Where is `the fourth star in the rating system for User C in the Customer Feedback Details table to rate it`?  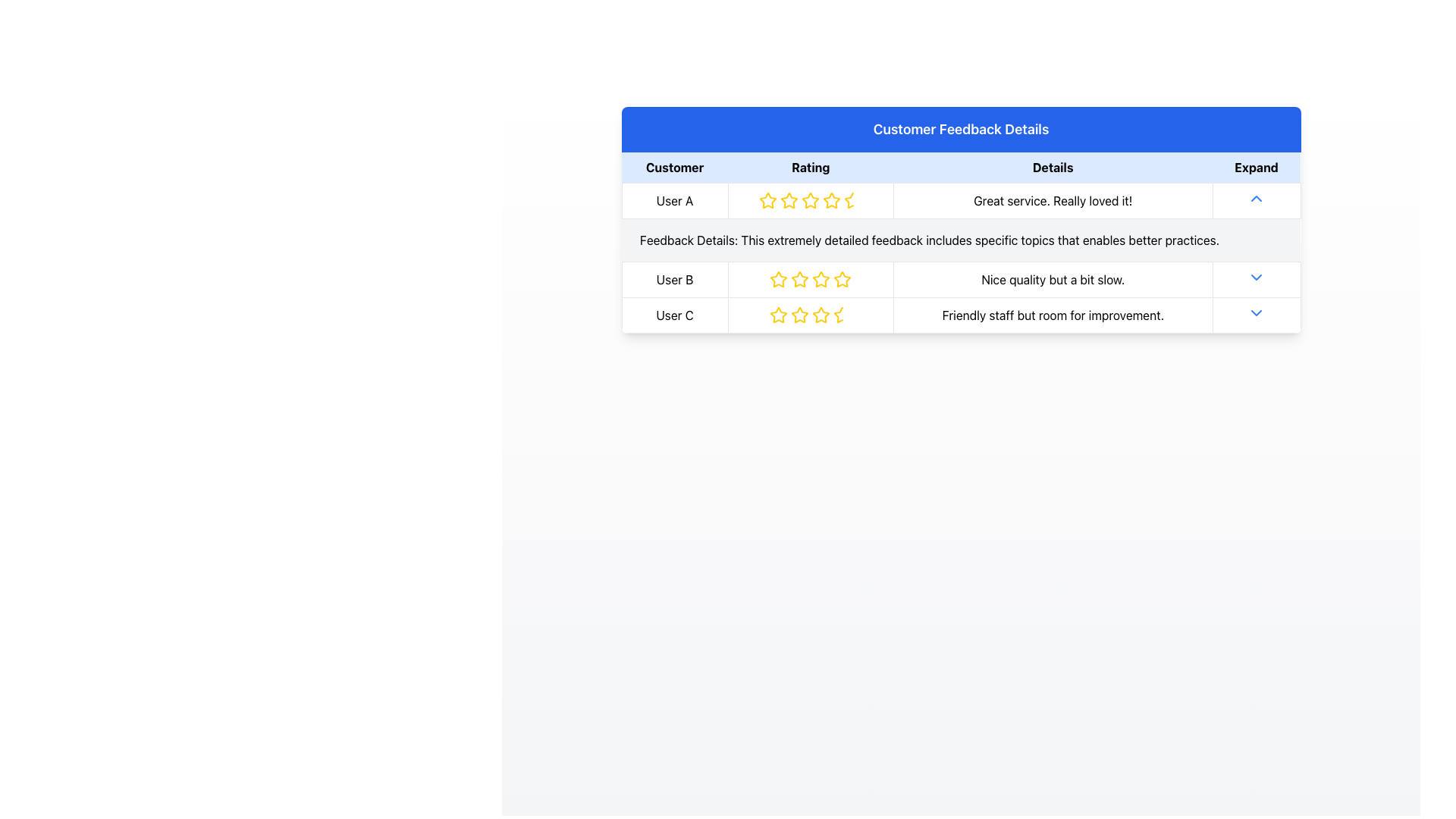 the fourth star in the rating system for User C in the Customer Feedback Details table to rate it is located at coordinates (821, 314).